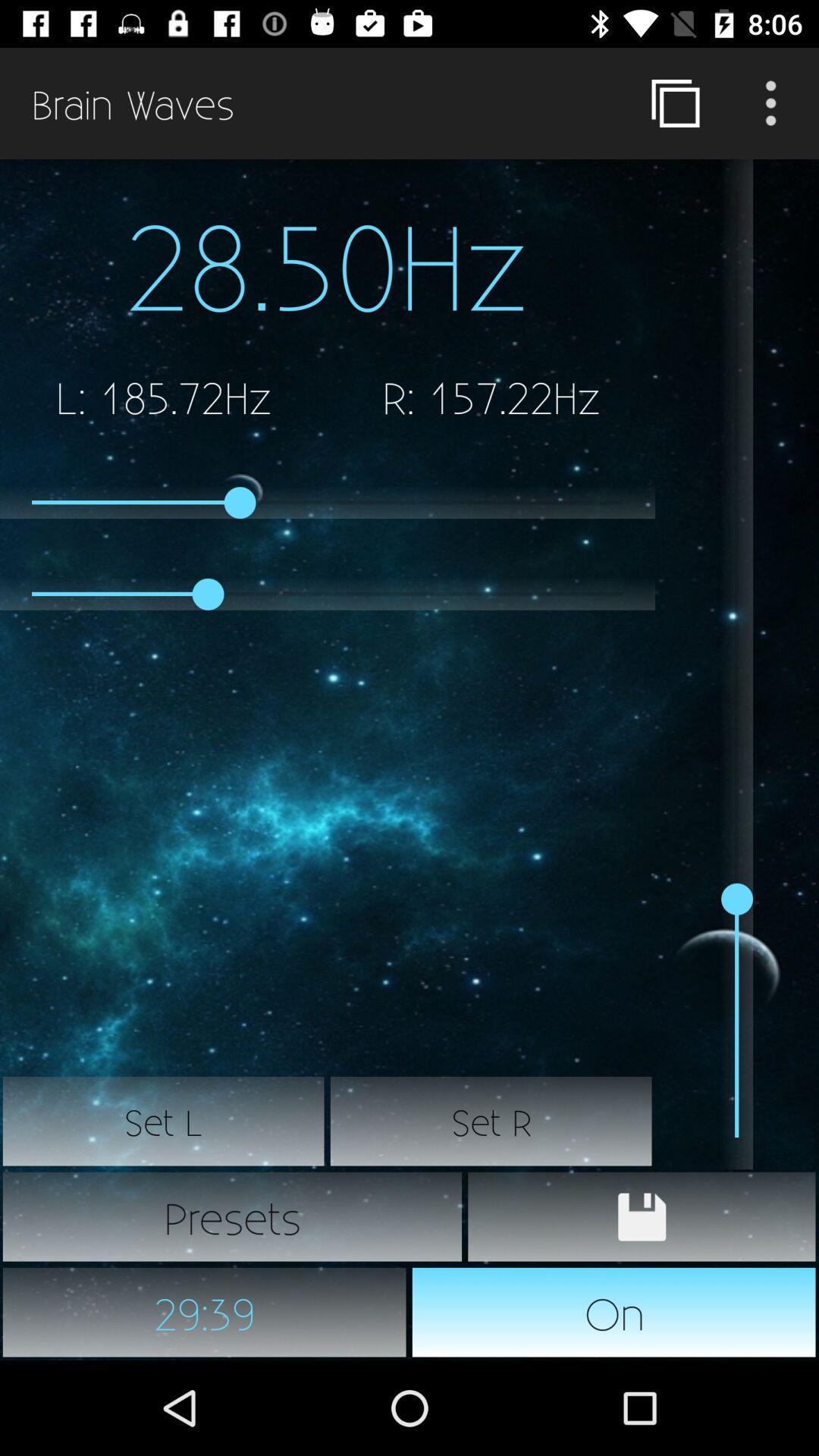  What do you see at coordinates (614, 1312) in the screenshot?
I see `the item to the right of the 29:39 item` at bounding box center [614, 1312].